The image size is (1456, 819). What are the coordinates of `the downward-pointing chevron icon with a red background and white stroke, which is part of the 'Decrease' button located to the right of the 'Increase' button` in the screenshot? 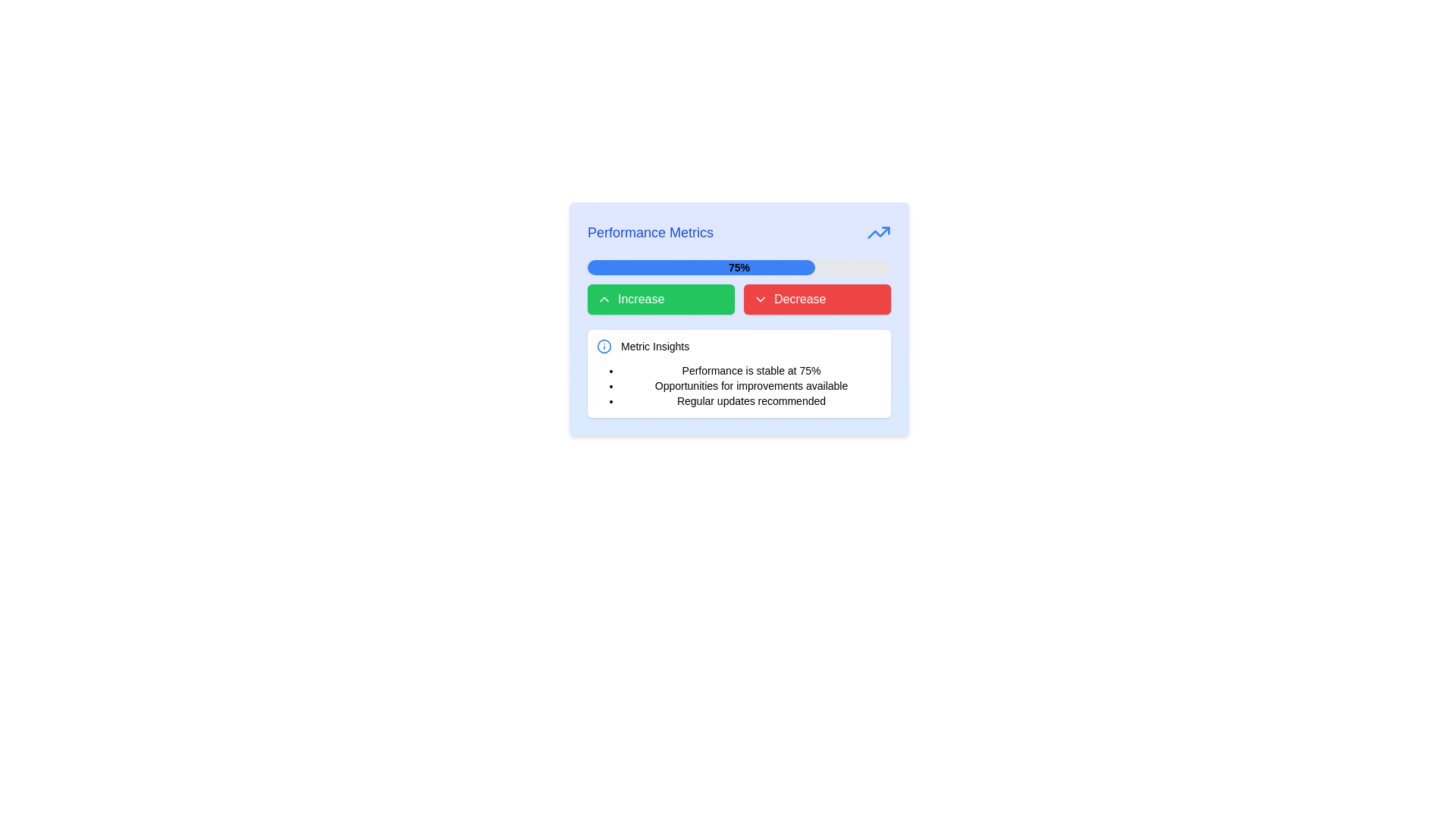 It's located at (761, 299).